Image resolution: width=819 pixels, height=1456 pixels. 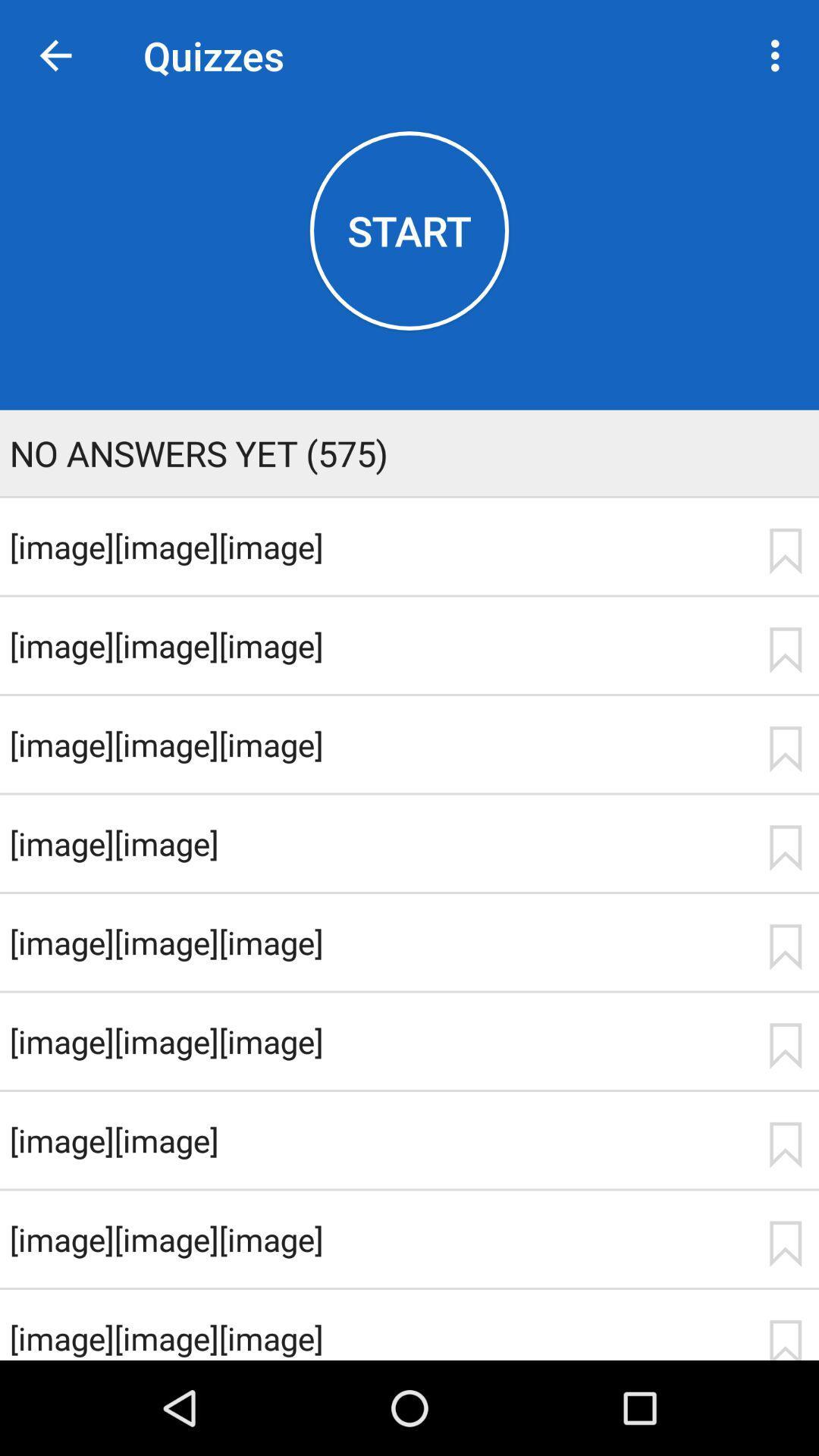 I want to click on first bookmark icon from top, so click(x=785, y=550).